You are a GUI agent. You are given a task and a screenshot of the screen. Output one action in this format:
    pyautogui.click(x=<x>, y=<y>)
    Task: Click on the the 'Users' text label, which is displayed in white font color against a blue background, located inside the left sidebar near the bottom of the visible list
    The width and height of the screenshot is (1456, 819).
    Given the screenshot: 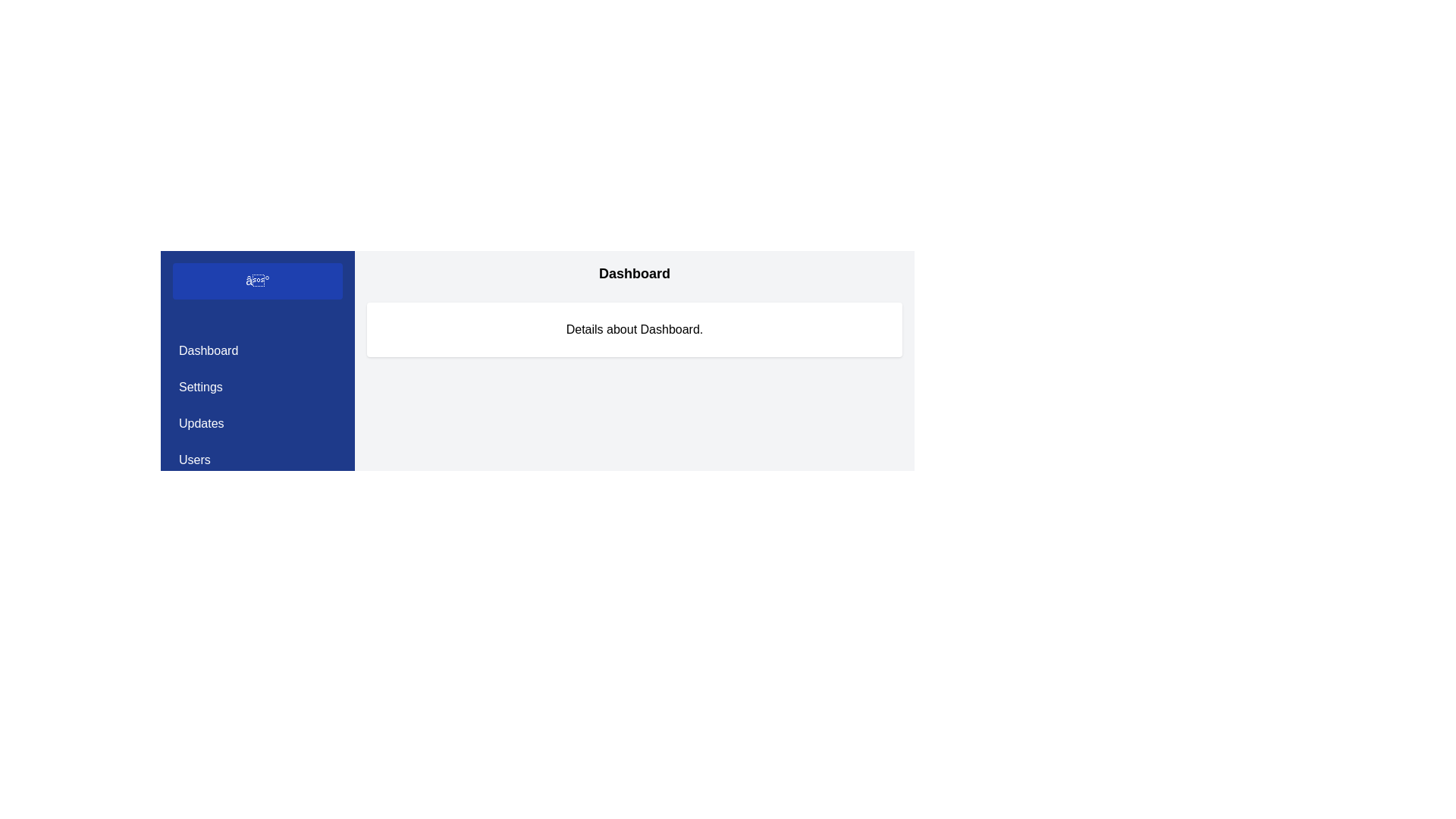 What is the action you would take?
    pyautogui.click(x=193, y=459)
    